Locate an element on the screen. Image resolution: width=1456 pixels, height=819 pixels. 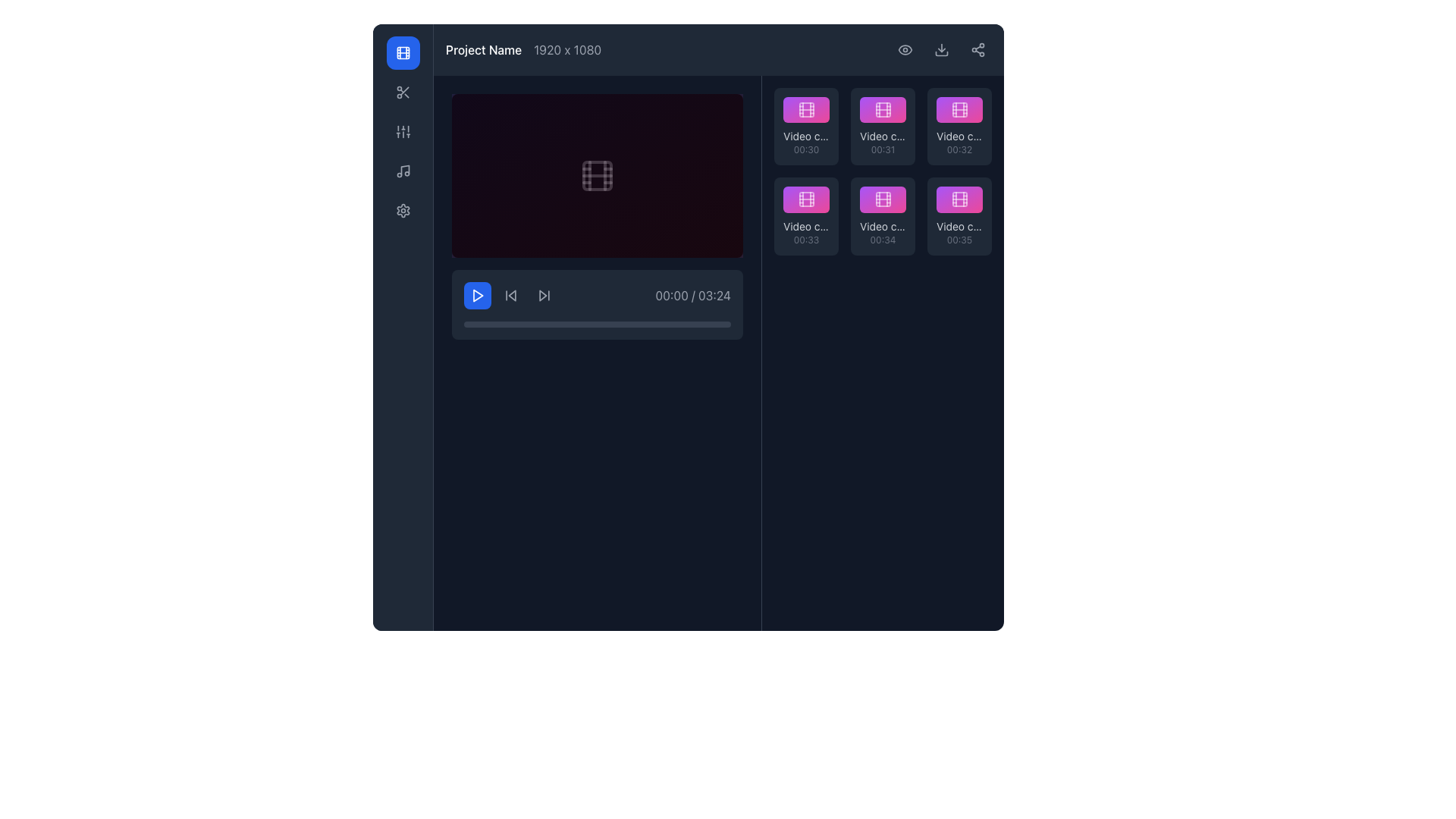
the middle icon button featuring a downward-pointing arrow within a circular boundary to initiate the download is located at coordinates (941, 49).